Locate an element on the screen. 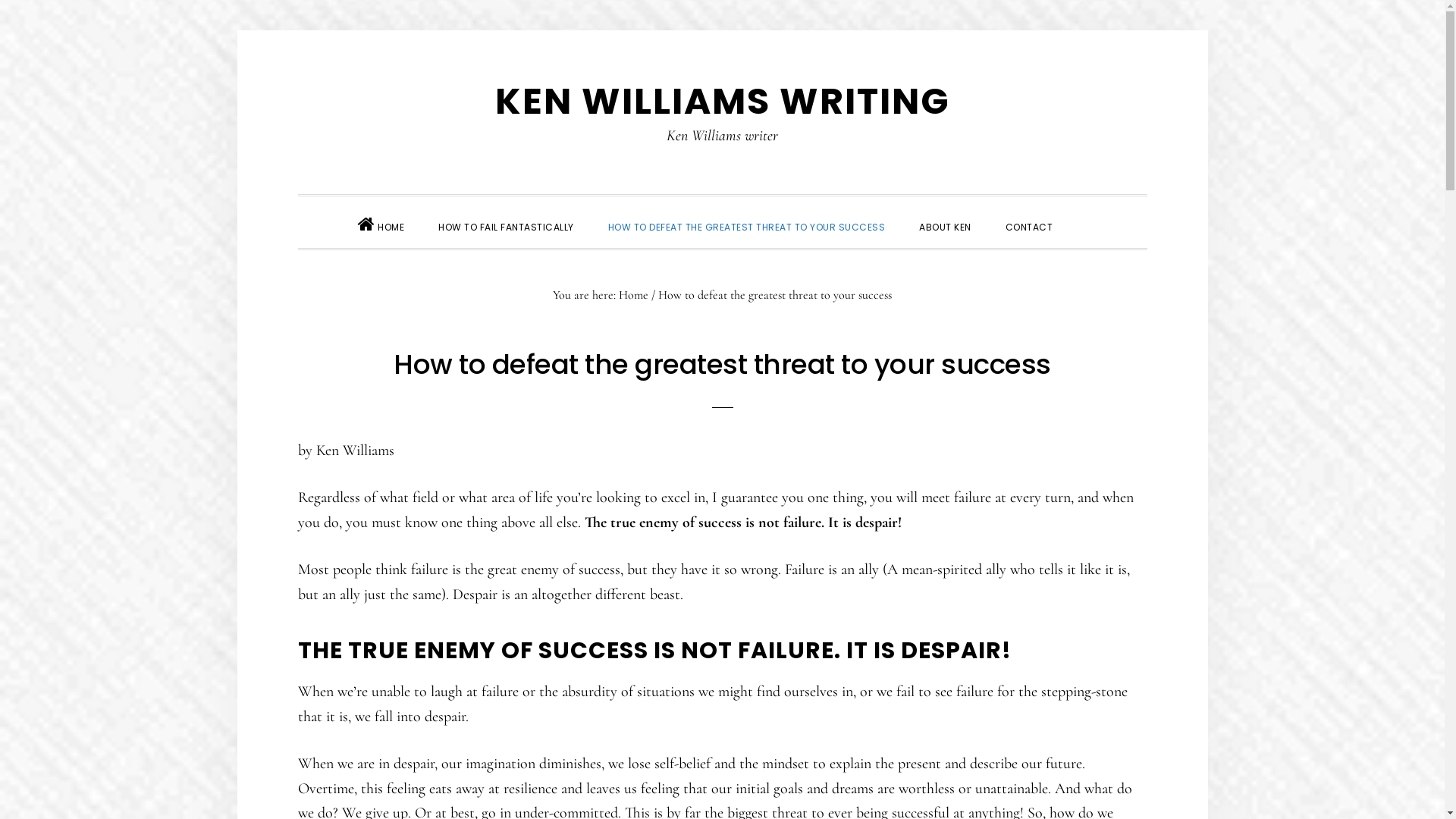 The width and height of the screenshot is (1456, 819). 'SHOW SEARCH' is located at coordinates (1086, 213).